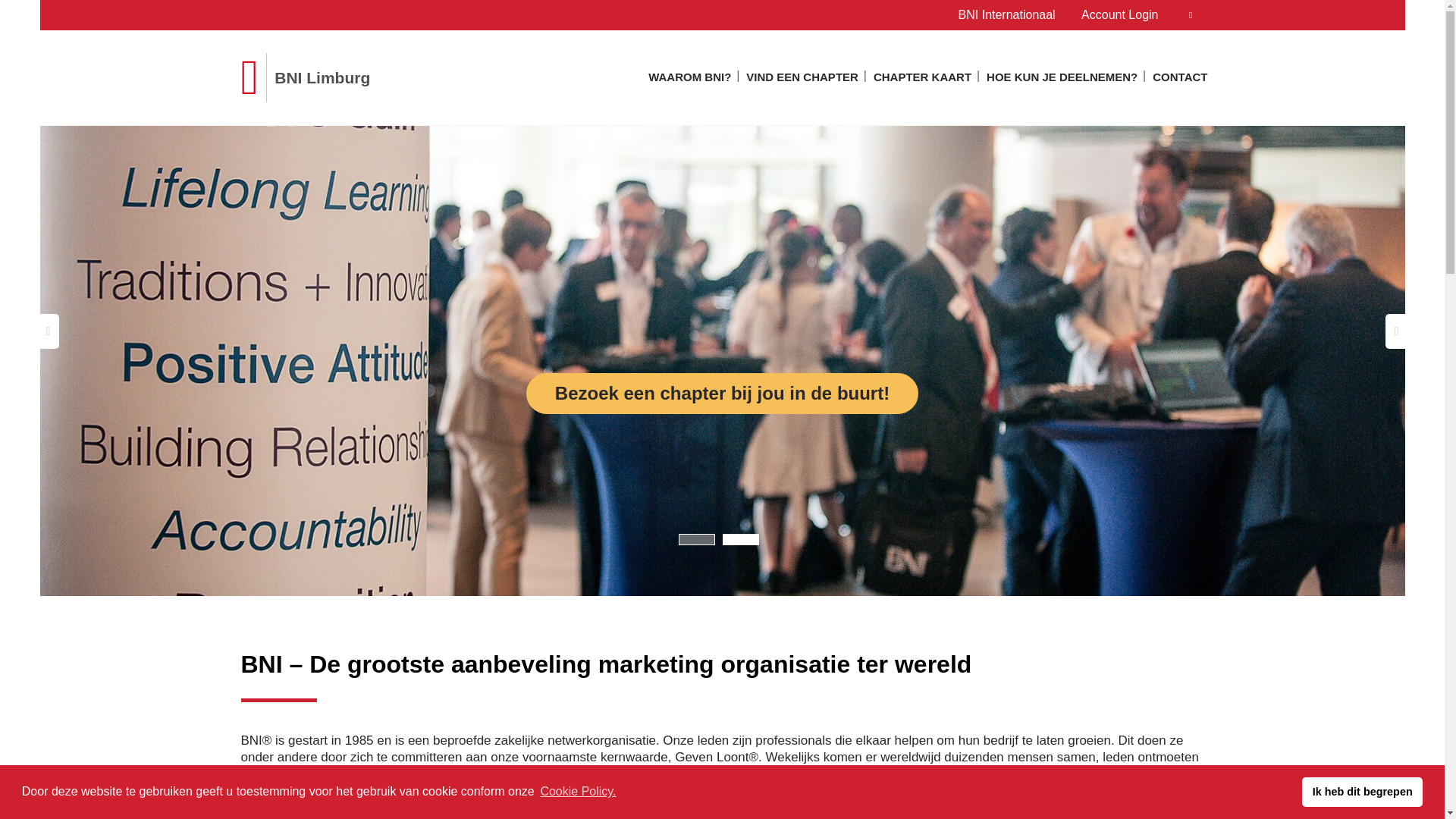 Image resolution: width=1456 pixels, height=819 pixels. Describe the element at coordinates (721, 393) in the screenshot. I see `'Bezoek een chapter bij jou in de buurt!'` at that location.